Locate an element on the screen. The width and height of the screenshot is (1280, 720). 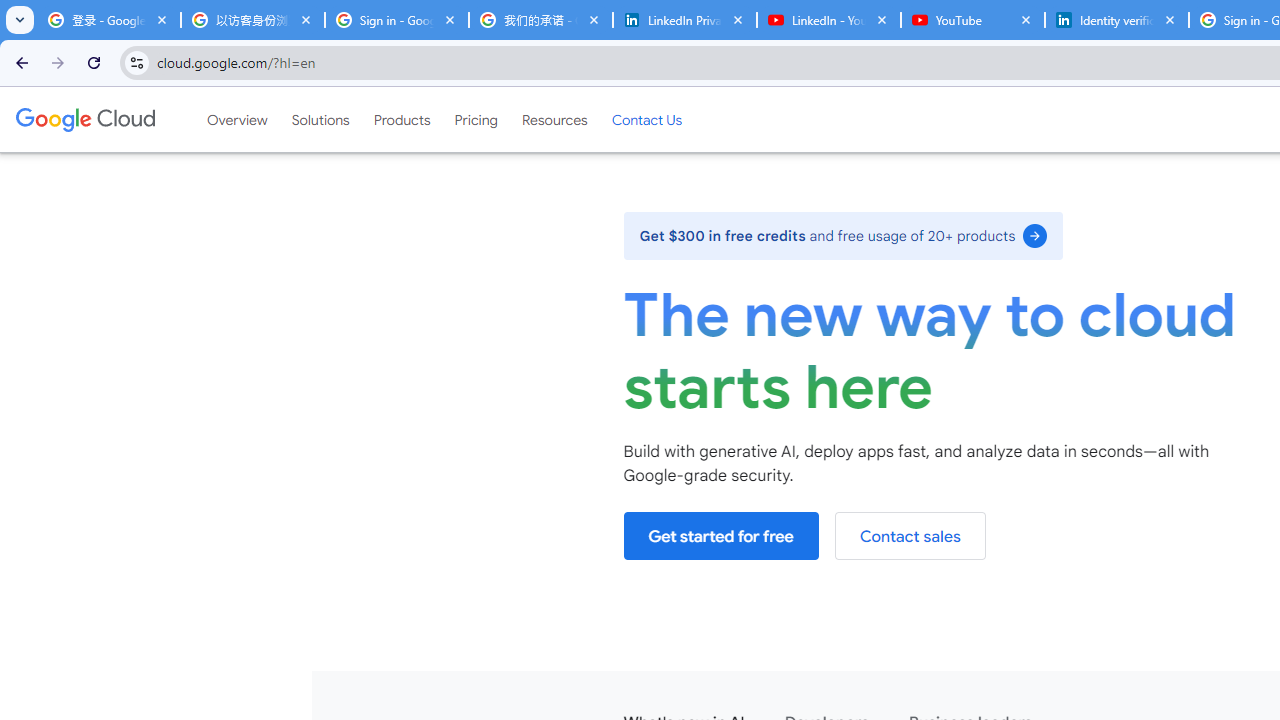
'Pricing' is located at coordinates (475, 119).